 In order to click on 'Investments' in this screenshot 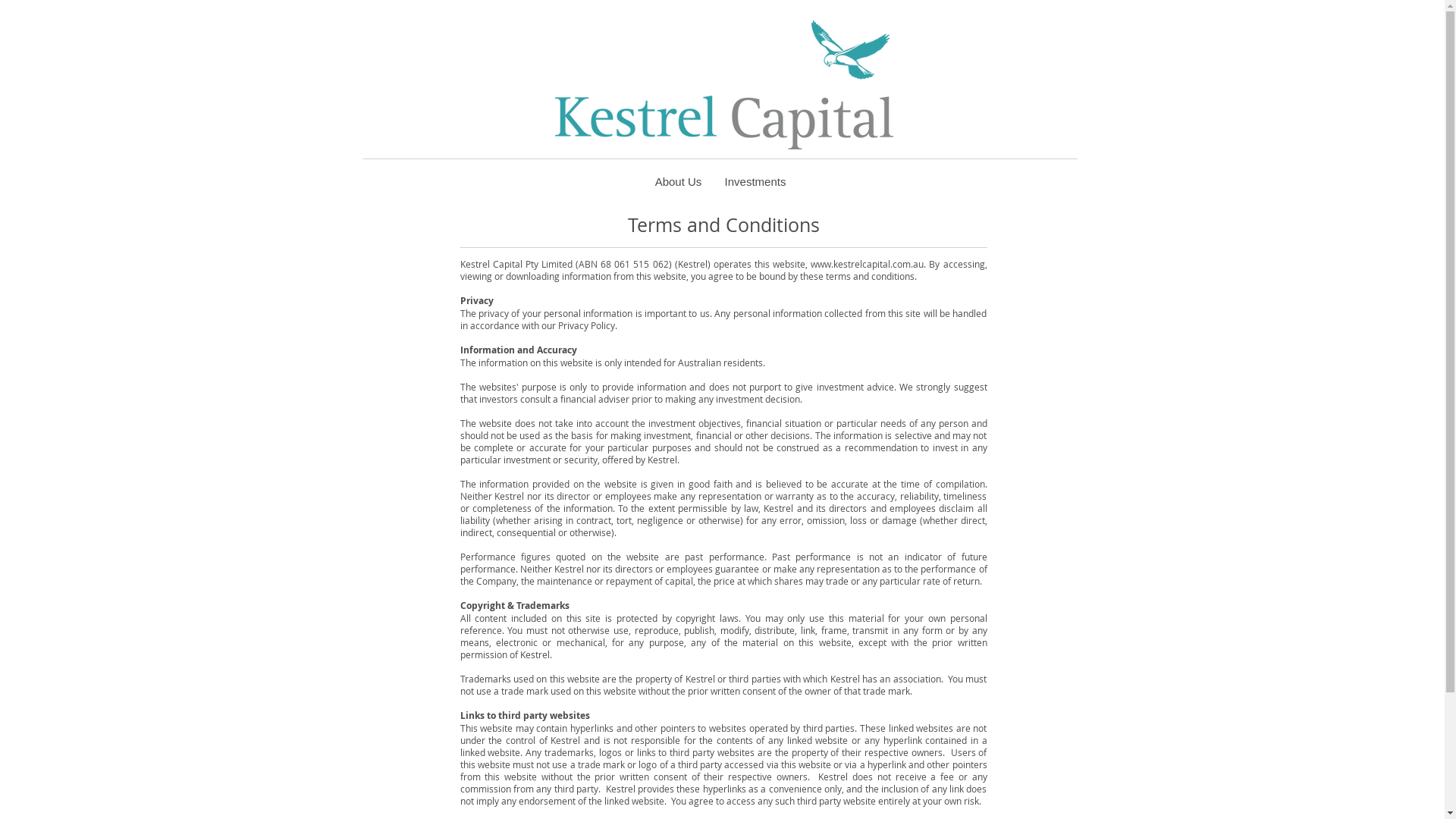, I will do `click(755, 180)`.